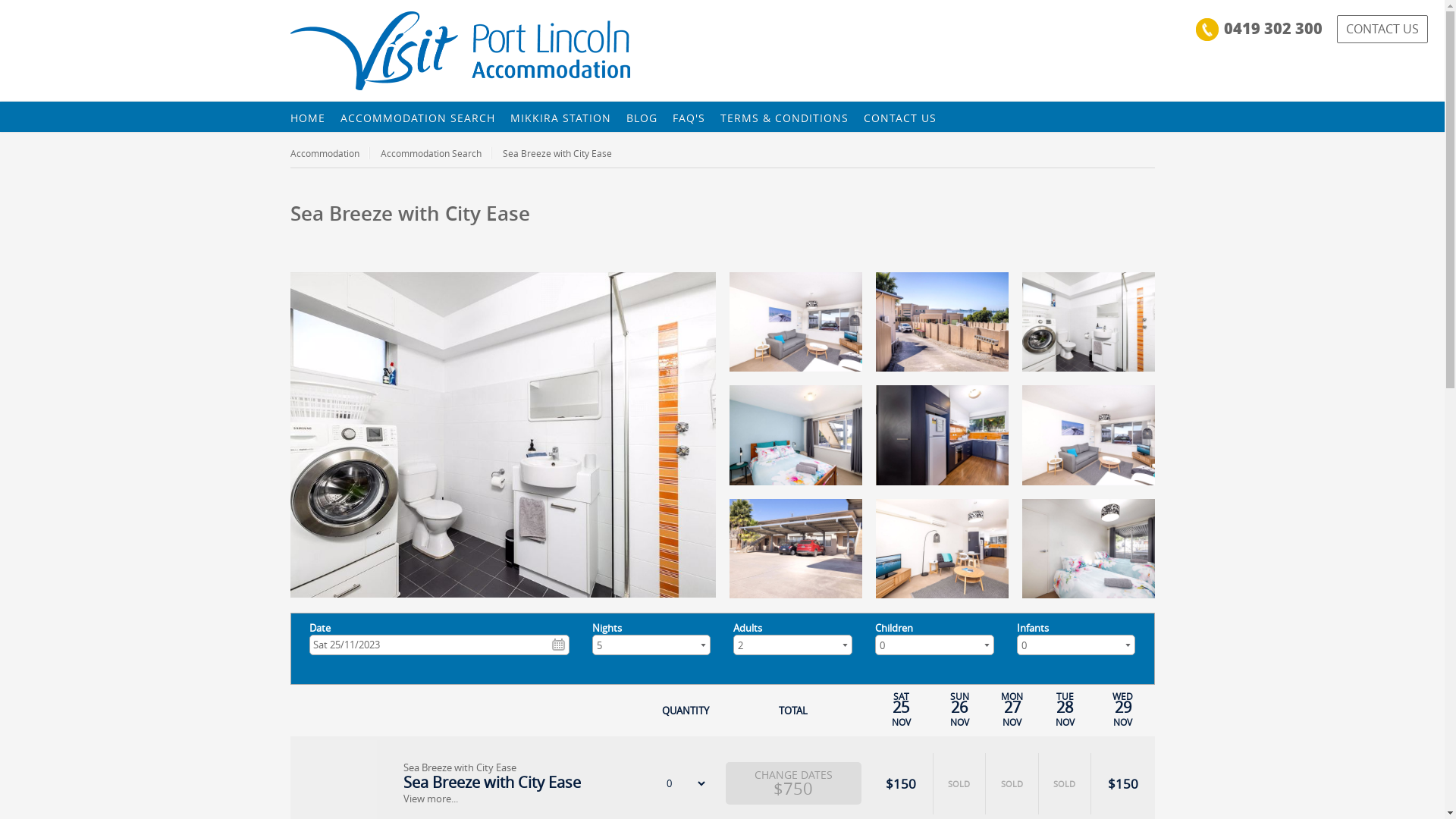 Image resolution: width=1456 pixels, height=819 pixels. Describe the element at coordinates (899, 117) in the screenshot. I see `'CONTACT US'` at that location.